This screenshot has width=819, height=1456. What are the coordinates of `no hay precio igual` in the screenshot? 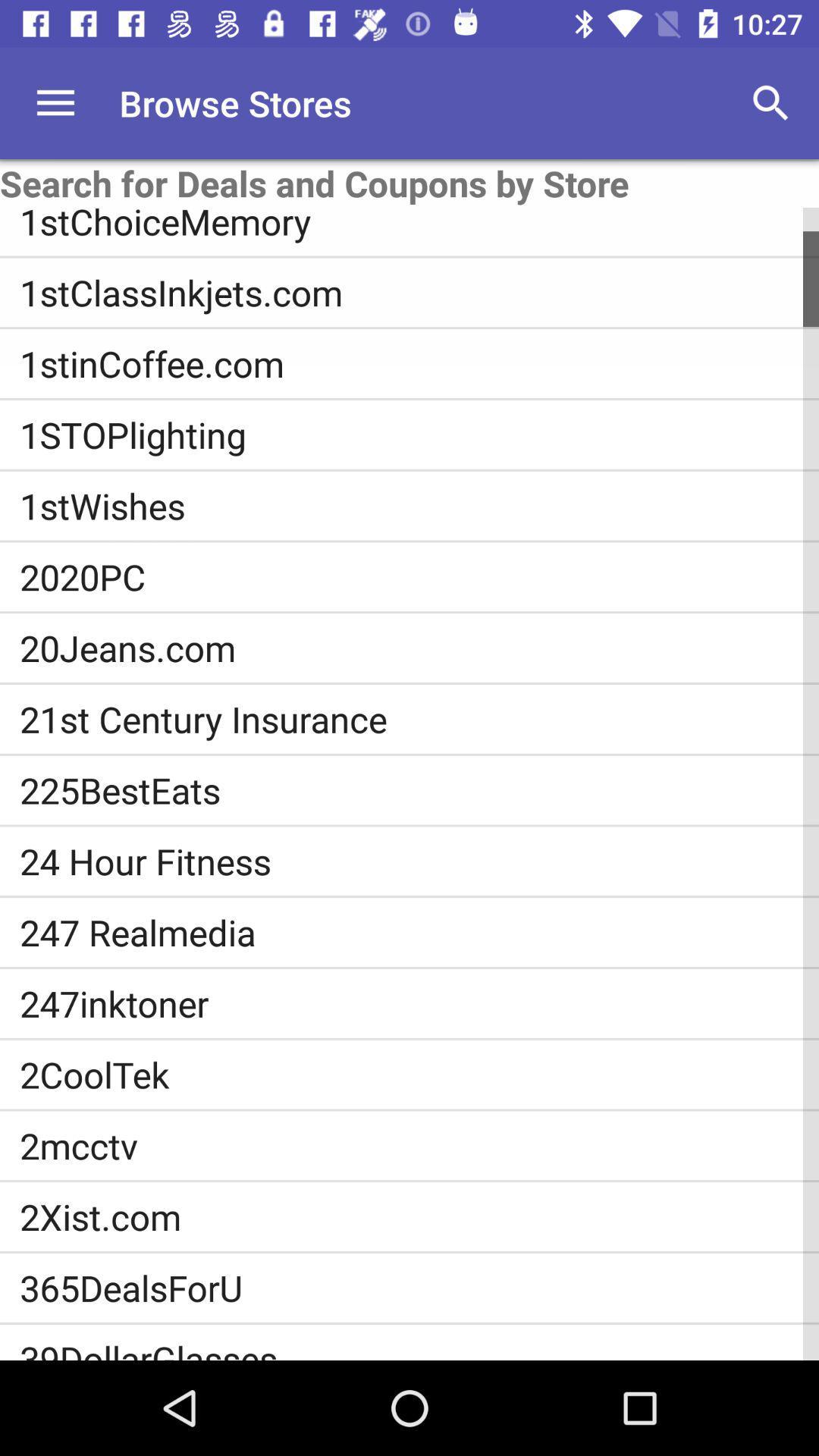 It's located at (55, 102).